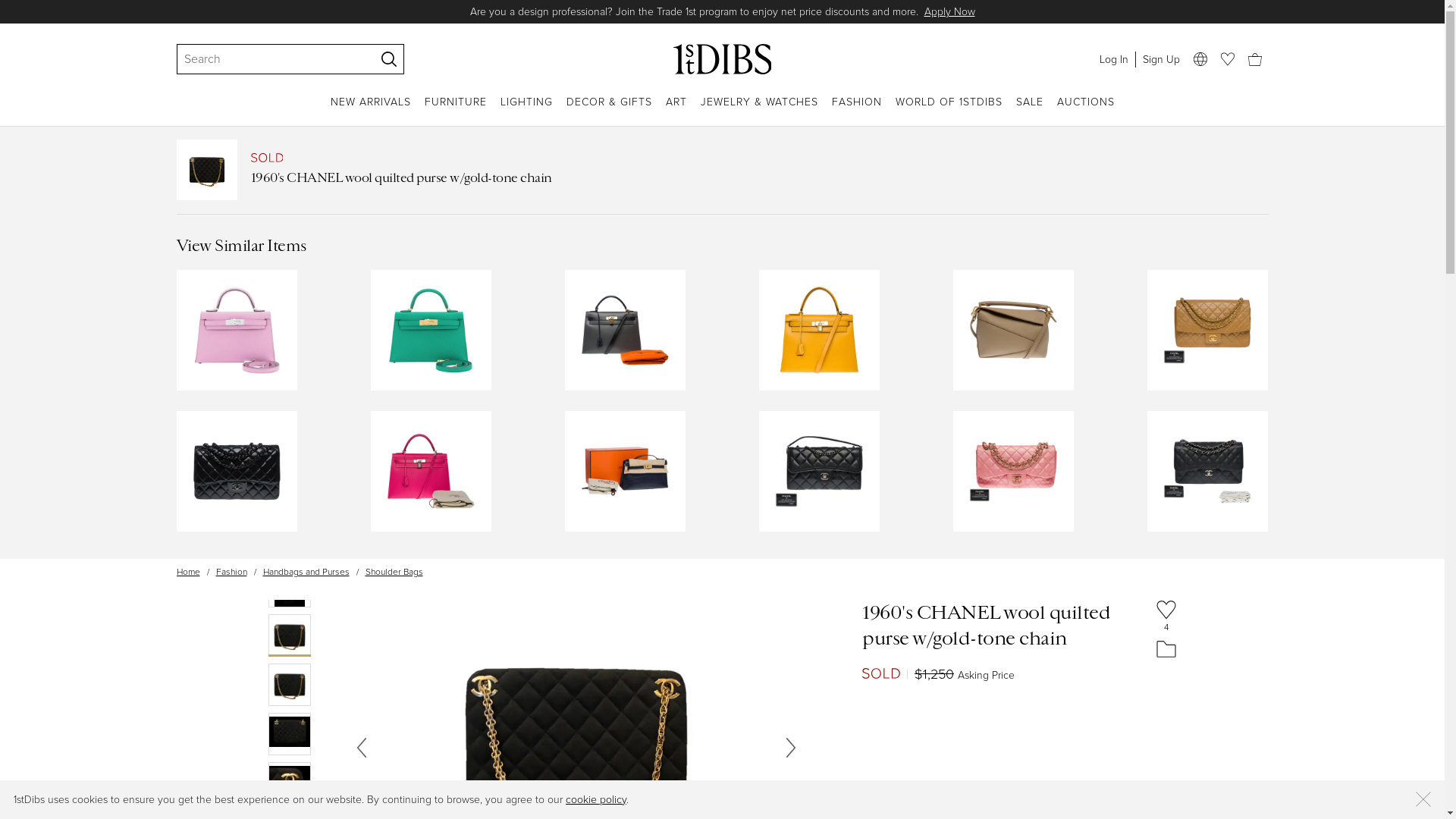 The width and height of the screenshot is (1456, 819). What do you see at coordinates (855, 109) in the screenshot?
I see `'FASHION'` at bounding box center [855, 109].